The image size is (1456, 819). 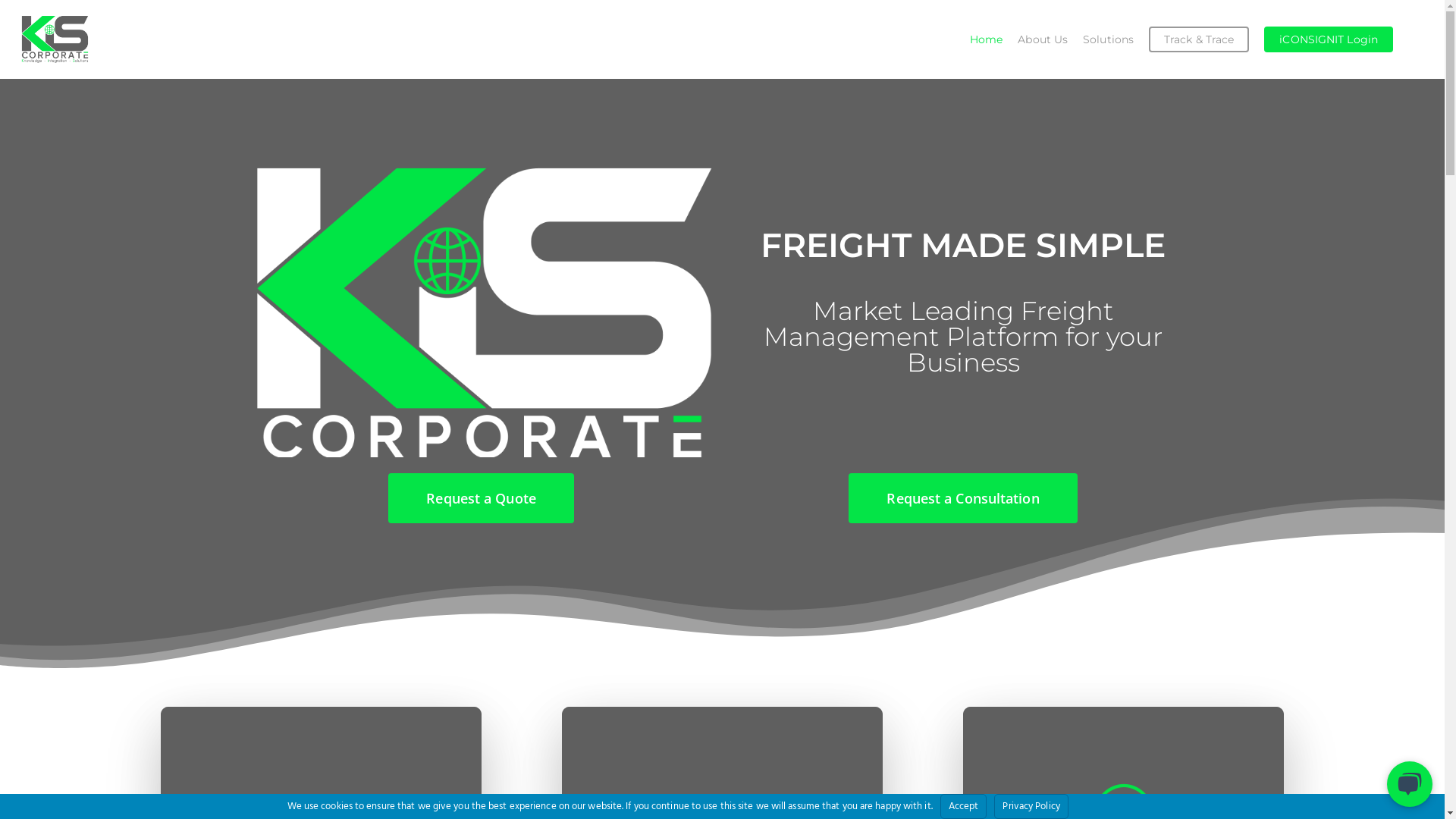 What do you see at coordinates (1108, 38) in the screenshot?
I see `'Solutions'` at bounding box center [1108, 38].